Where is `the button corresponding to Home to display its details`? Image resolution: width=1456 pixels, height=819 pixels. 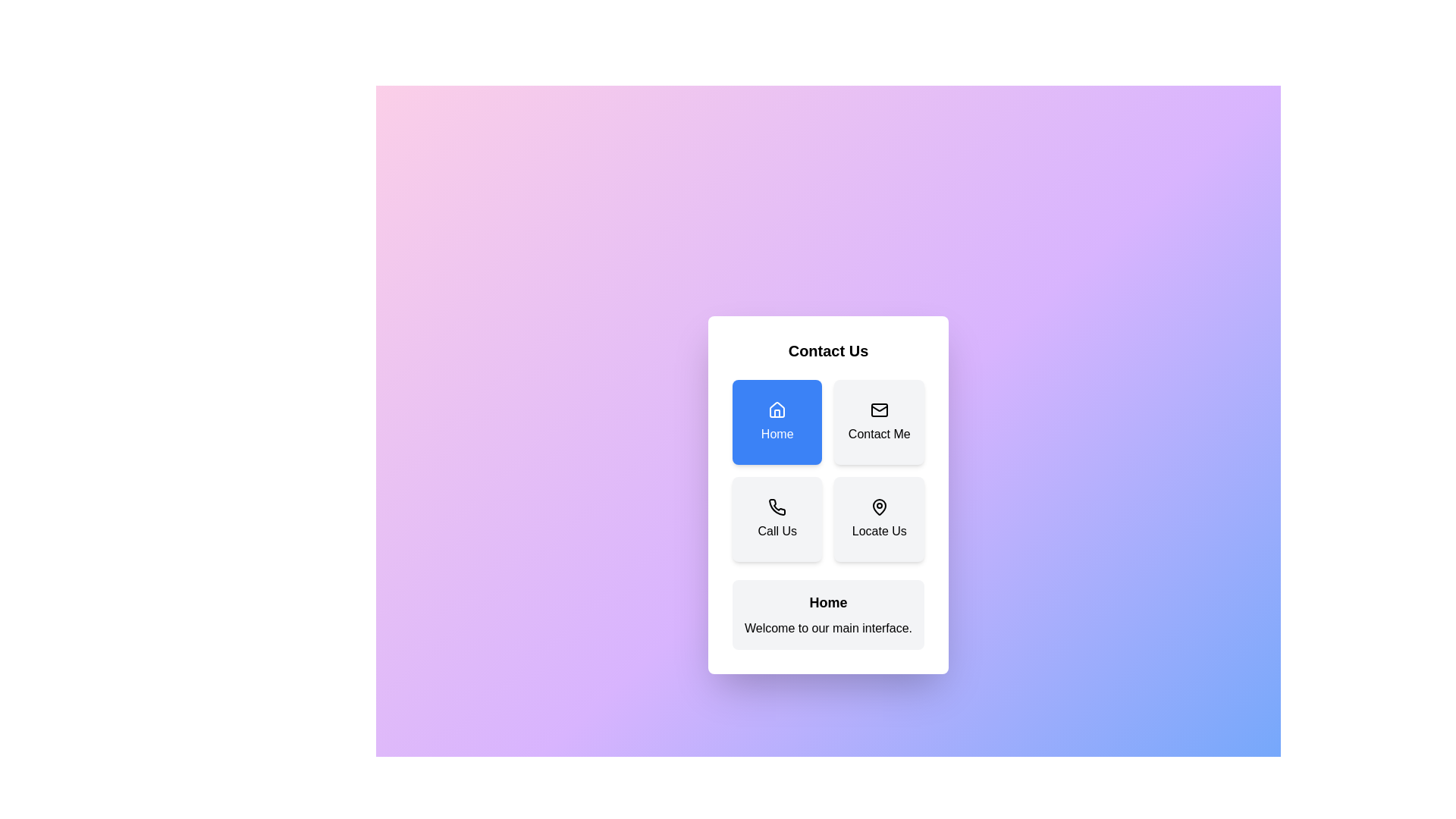
the button corresponding to Home to display its details is located at coordinates (777, 422).